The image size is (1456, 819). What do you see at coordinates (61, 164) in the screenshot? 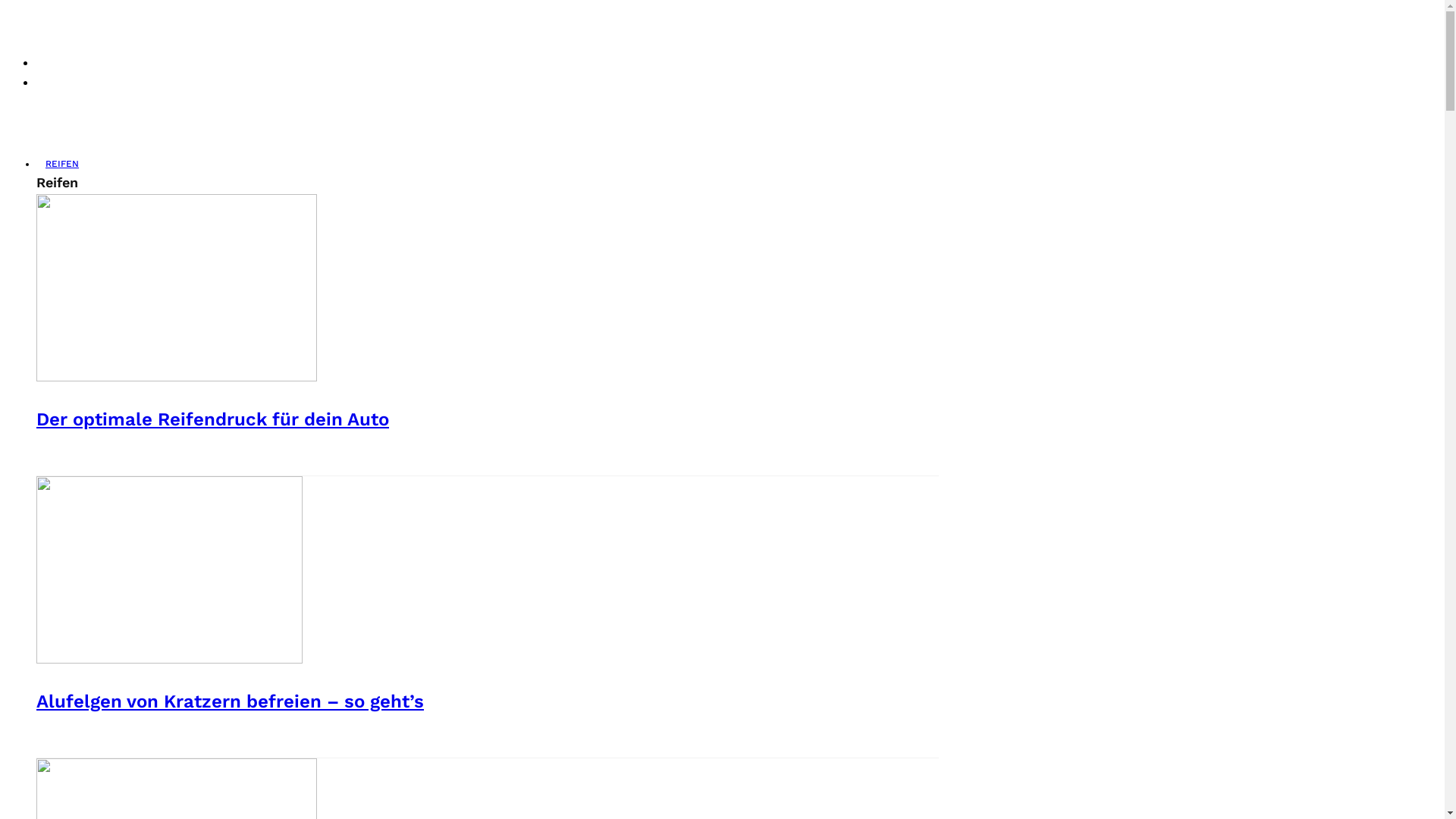
I see `'REIFEN'` at bounding box center [61, 164].